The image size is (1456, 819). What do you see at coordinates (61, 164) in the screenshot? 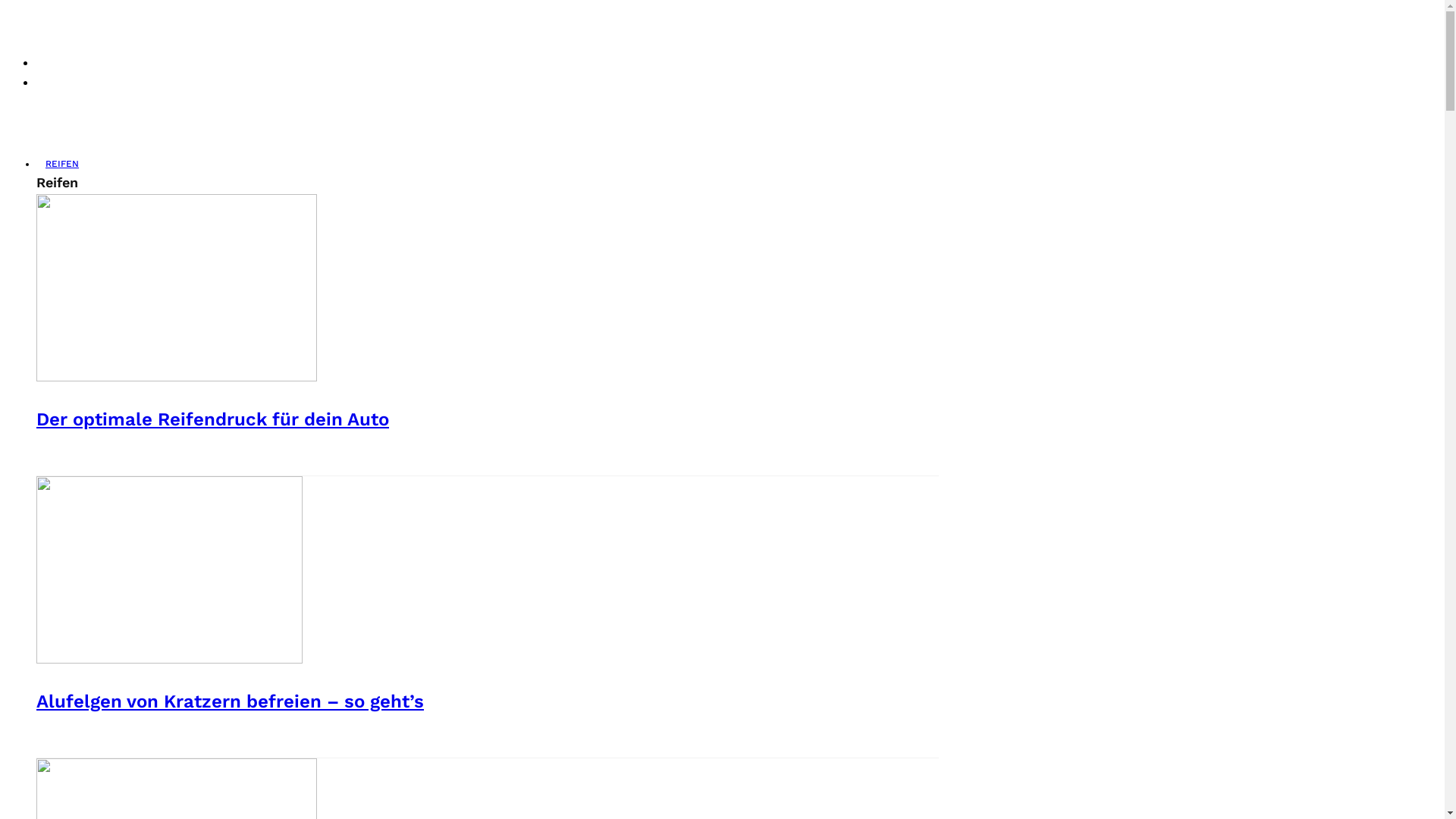
I see `'REIFEN'` at bounding box center [61, 164].